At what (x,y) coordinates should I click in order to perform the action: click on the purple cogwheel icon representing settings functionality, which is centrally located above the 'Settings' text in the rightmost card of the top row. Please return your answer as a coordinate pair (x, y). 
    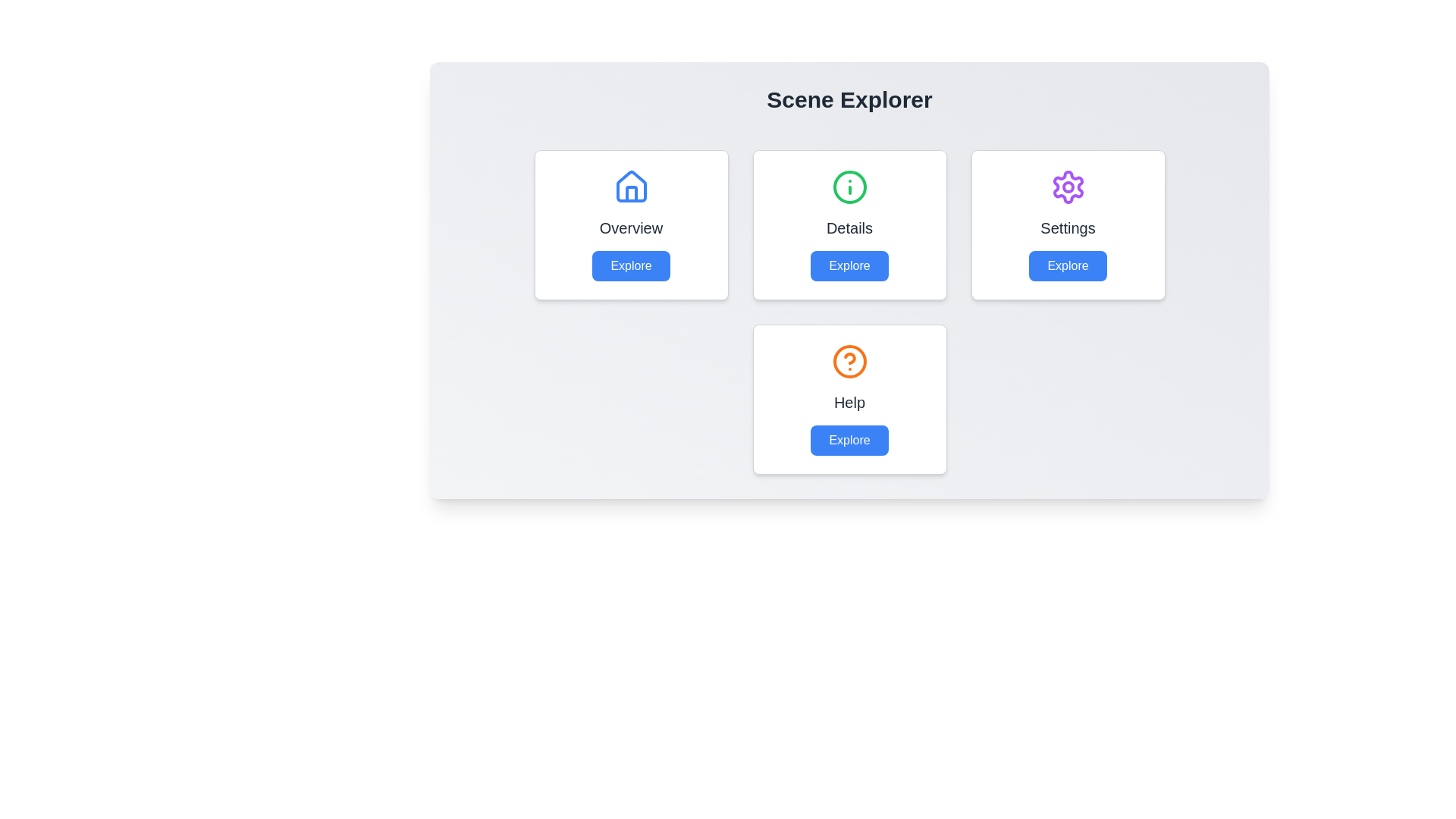
    Looking at the image, I should click on (1067, 186).